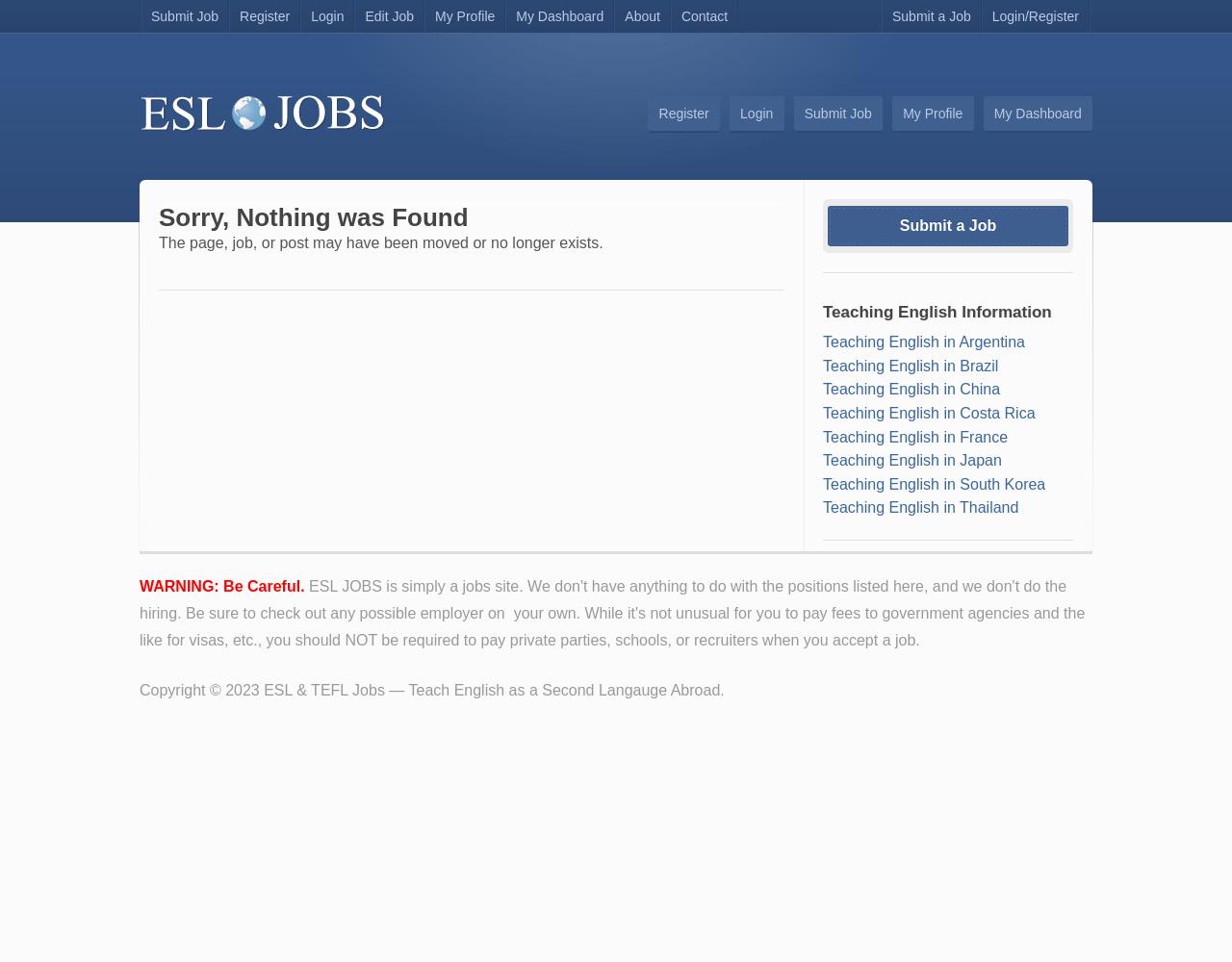  What do you see at coordinates (928, 412) in the screenshot?
I see `'Teaching English in Costa Rica'` at bounding box center [928, 412].